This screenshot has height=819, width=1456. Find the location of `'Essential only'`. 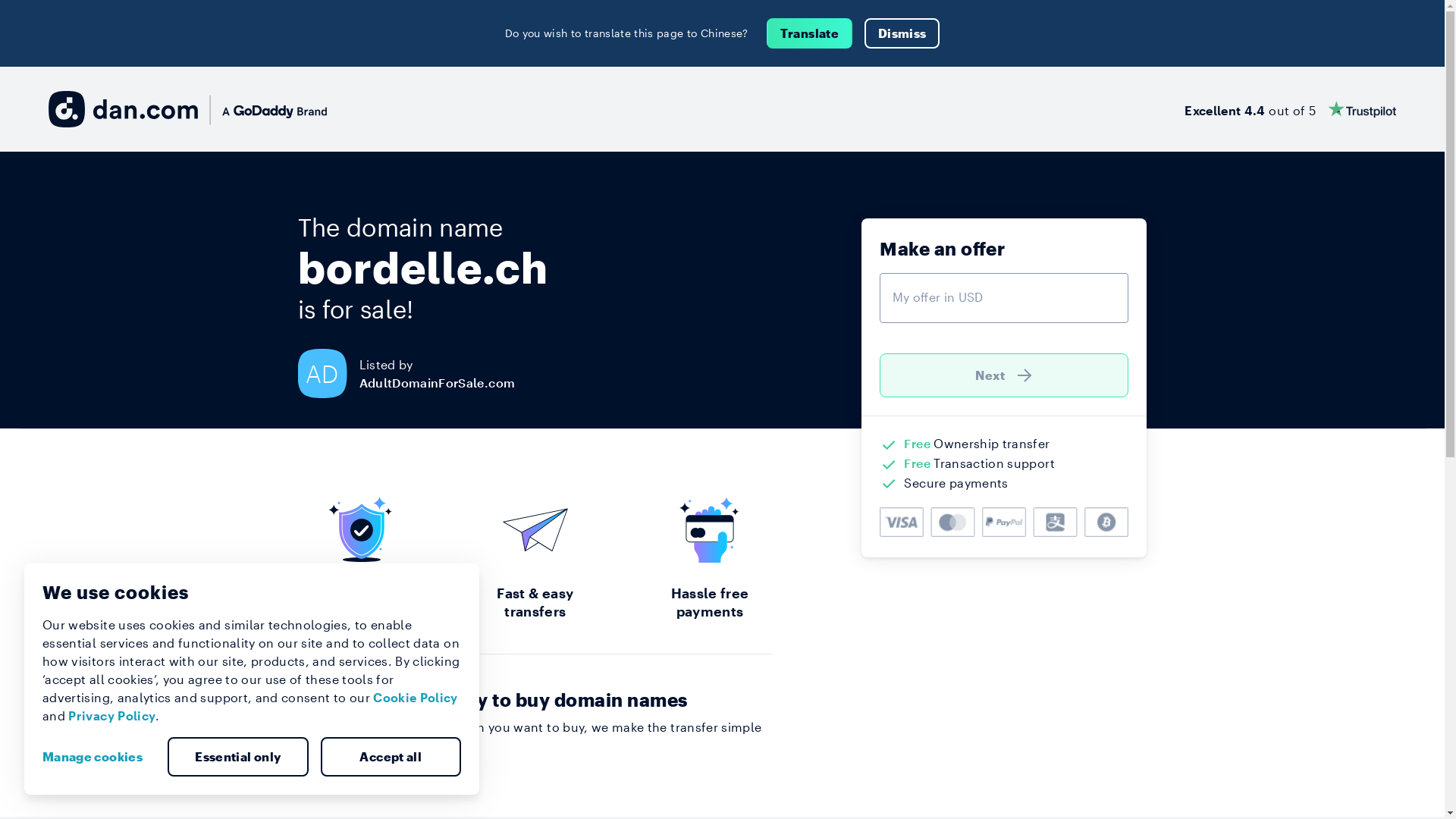

'Essential only' is located at coordinates (167, 757).